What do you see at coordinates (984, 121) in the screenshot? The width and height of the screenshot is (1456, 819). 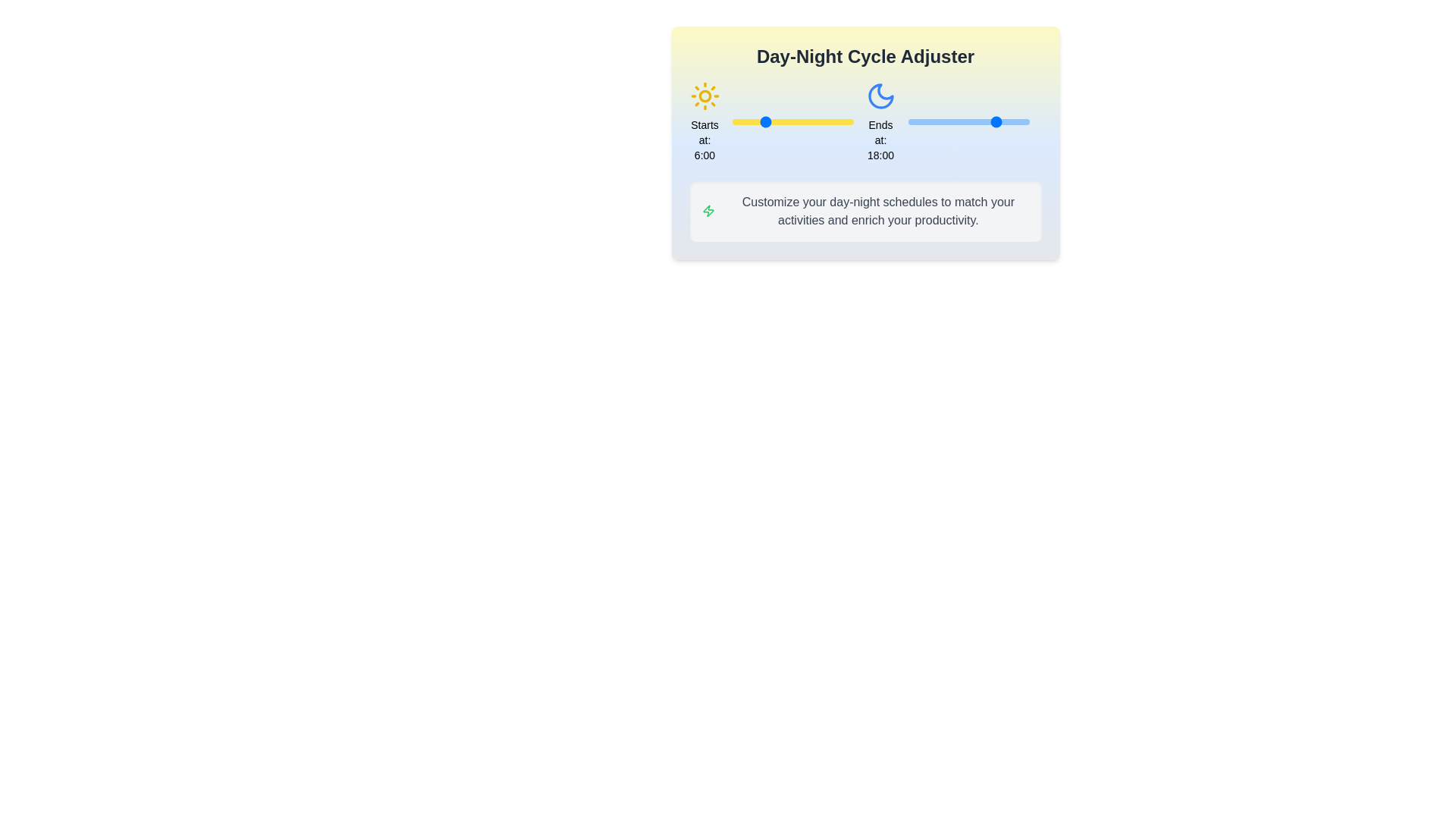 I see `the end time of the day cycle to 15 hours using the right slider` at bounding box center [984, 121].